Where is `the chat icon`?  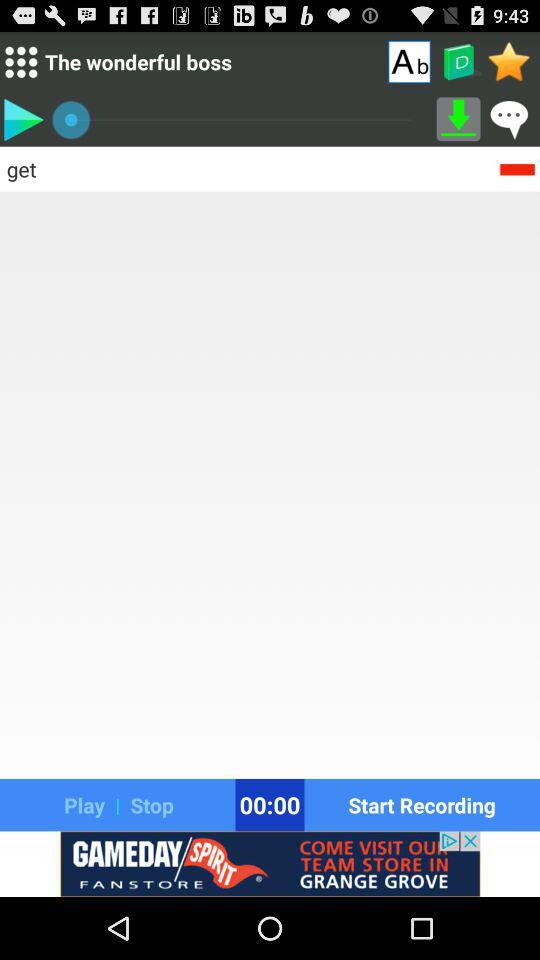 the chat icon is located at coordinates (509, 126).